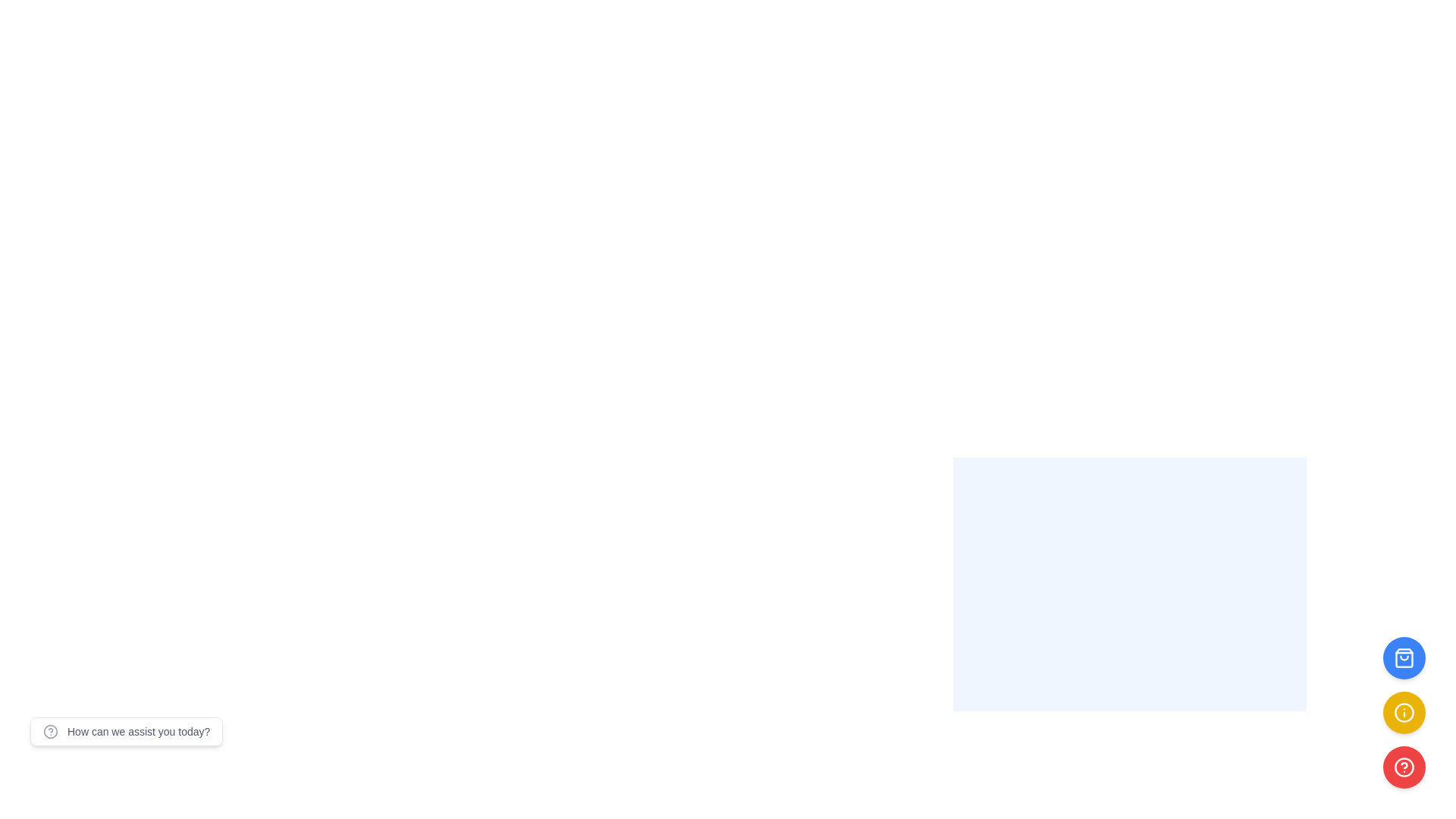 Image resolution: width=1456 pixels, height=819 pixels. What do you see at coordinates (1404, 767) in the screenshot?
I see `the red circular help icon located in the bottom-right area of the interface` at bounding box center [1404, 767].